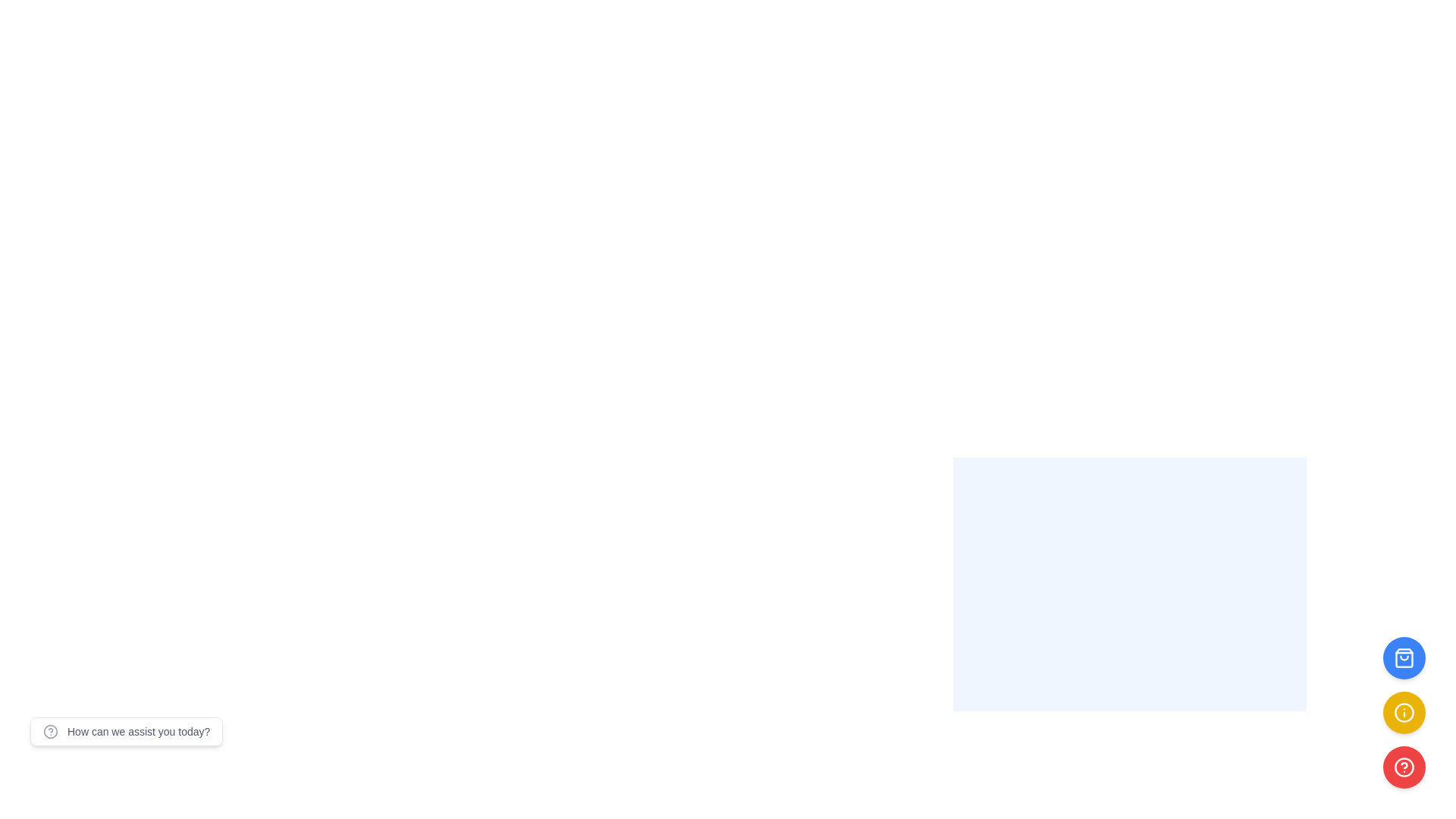 Image resolution: width=1456 pixels, height=819 pixels. What do you see at coordinates (1404, 767) in the screenshot?
I see `the red circular help icon located in the bottom-right area of the interface` at bounding box center [1404, 767].